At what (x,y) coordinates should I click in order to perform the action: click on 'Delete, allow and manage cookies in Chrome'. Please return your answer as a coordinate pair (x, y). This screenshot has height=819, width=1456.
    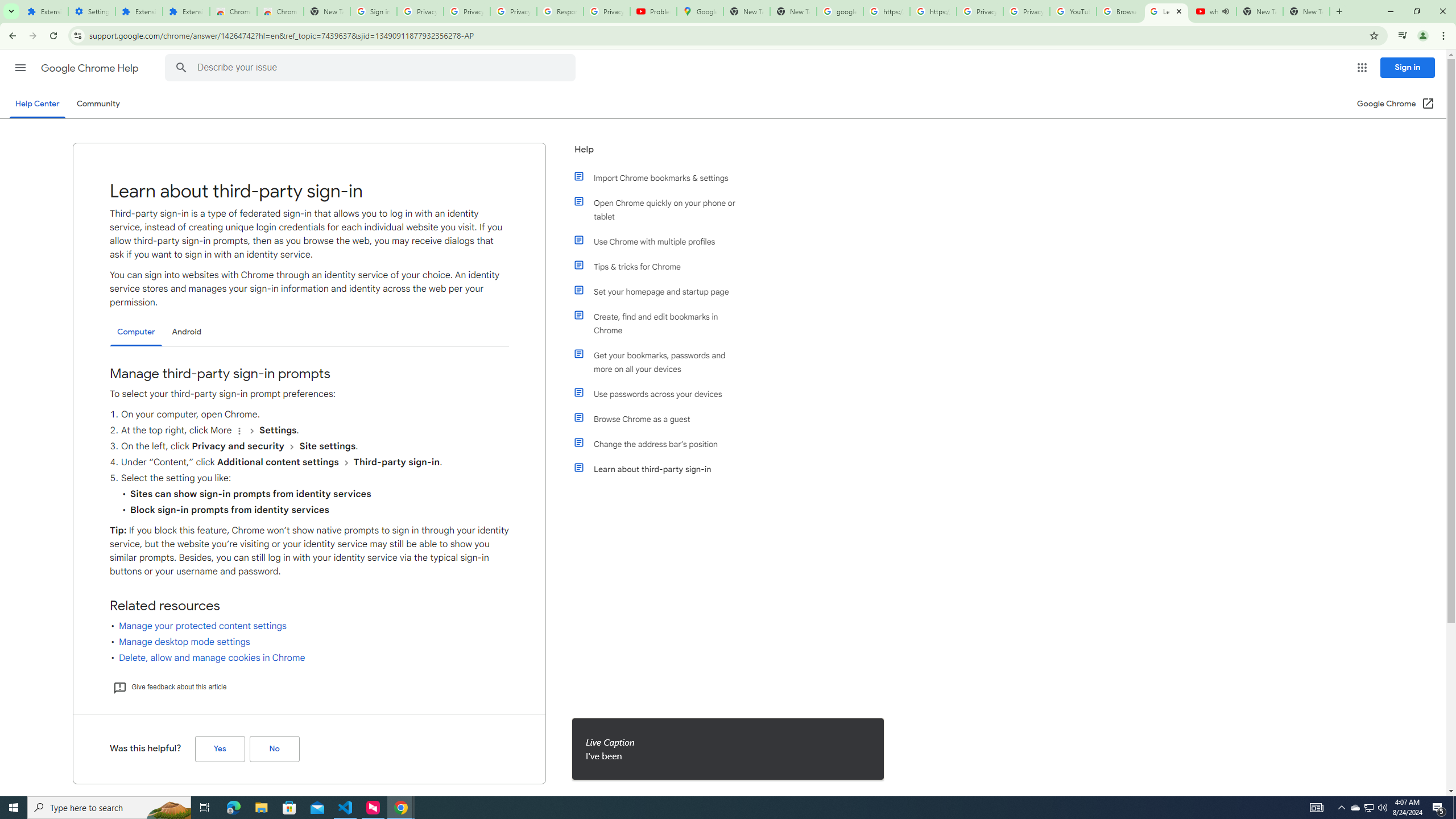
    Looking at the image, I should click on (212, 657).